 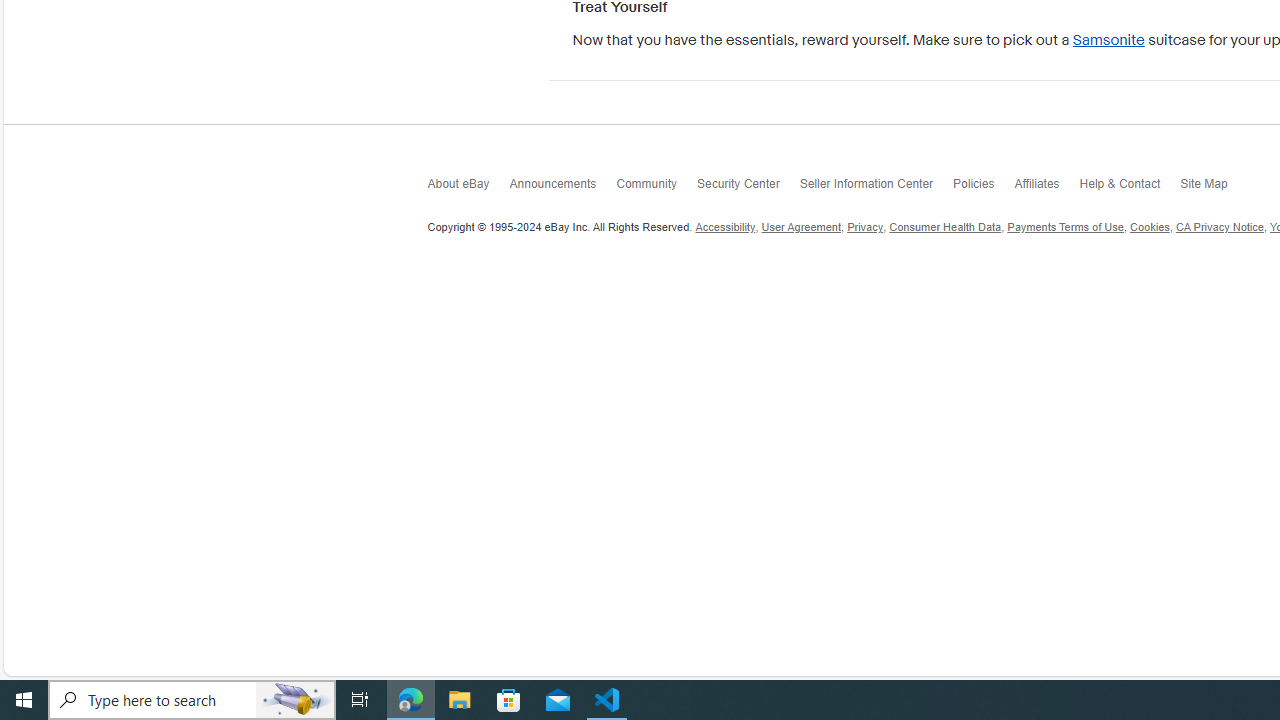 What do you see at coordinates (467, 187) in the screenshot?
I see `'About eBay'` at bounding box center [467, 187].